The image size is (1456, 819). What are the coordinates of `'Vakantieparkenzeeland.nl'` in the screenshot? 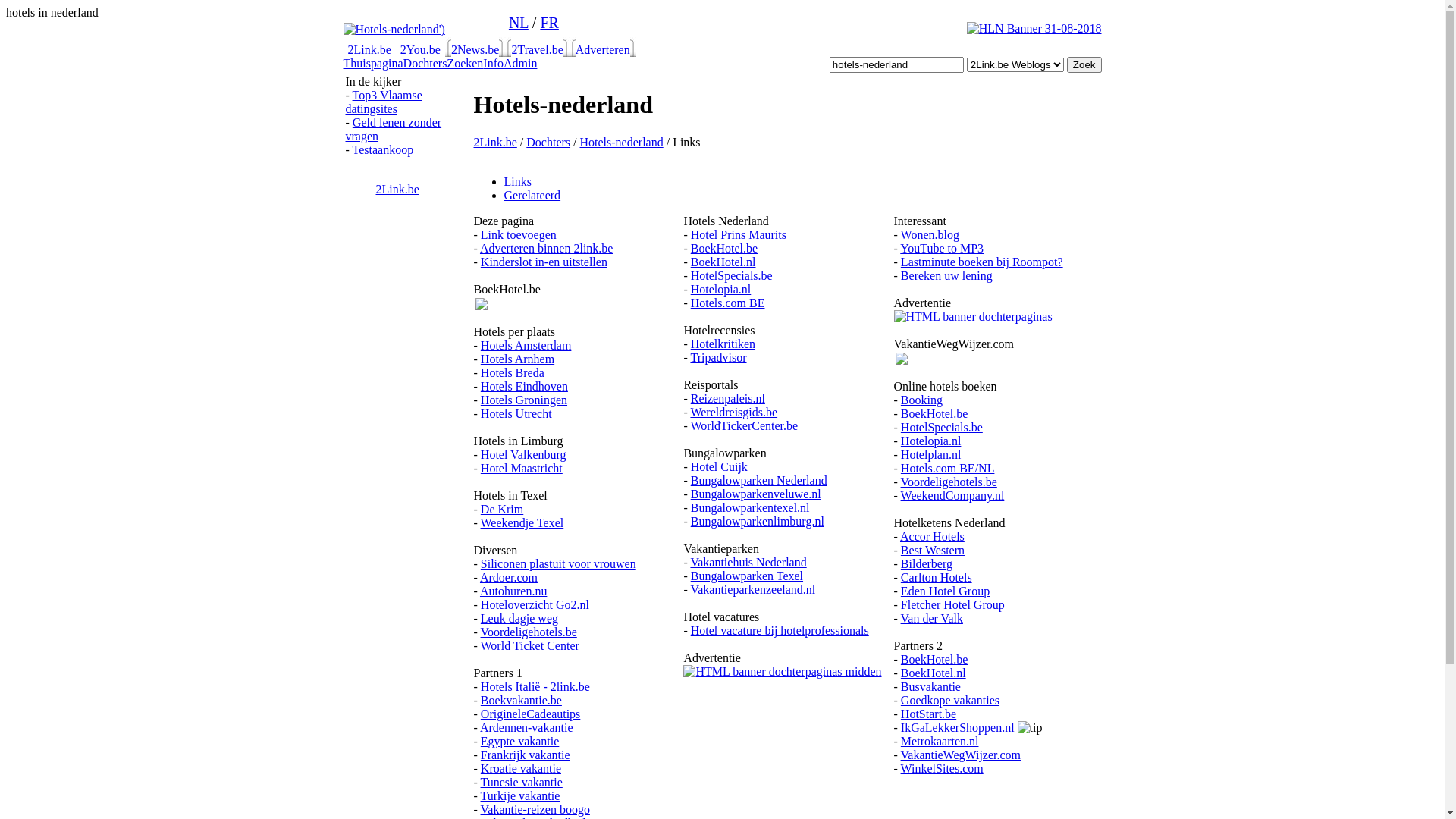 It's located at (752, 588).